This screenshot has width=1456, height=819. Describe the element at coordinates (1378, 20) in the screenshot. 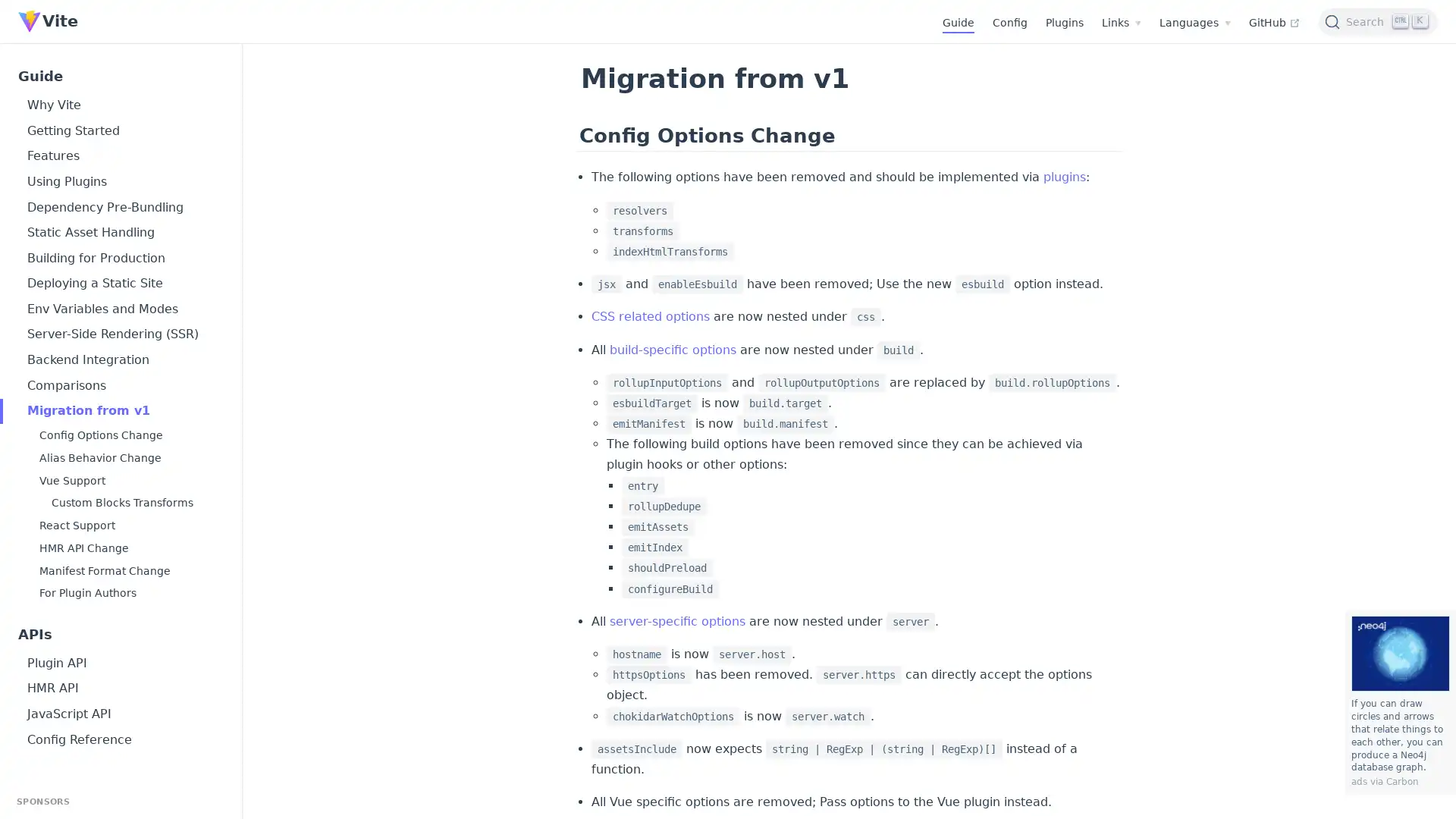

I see `Search` at that location.